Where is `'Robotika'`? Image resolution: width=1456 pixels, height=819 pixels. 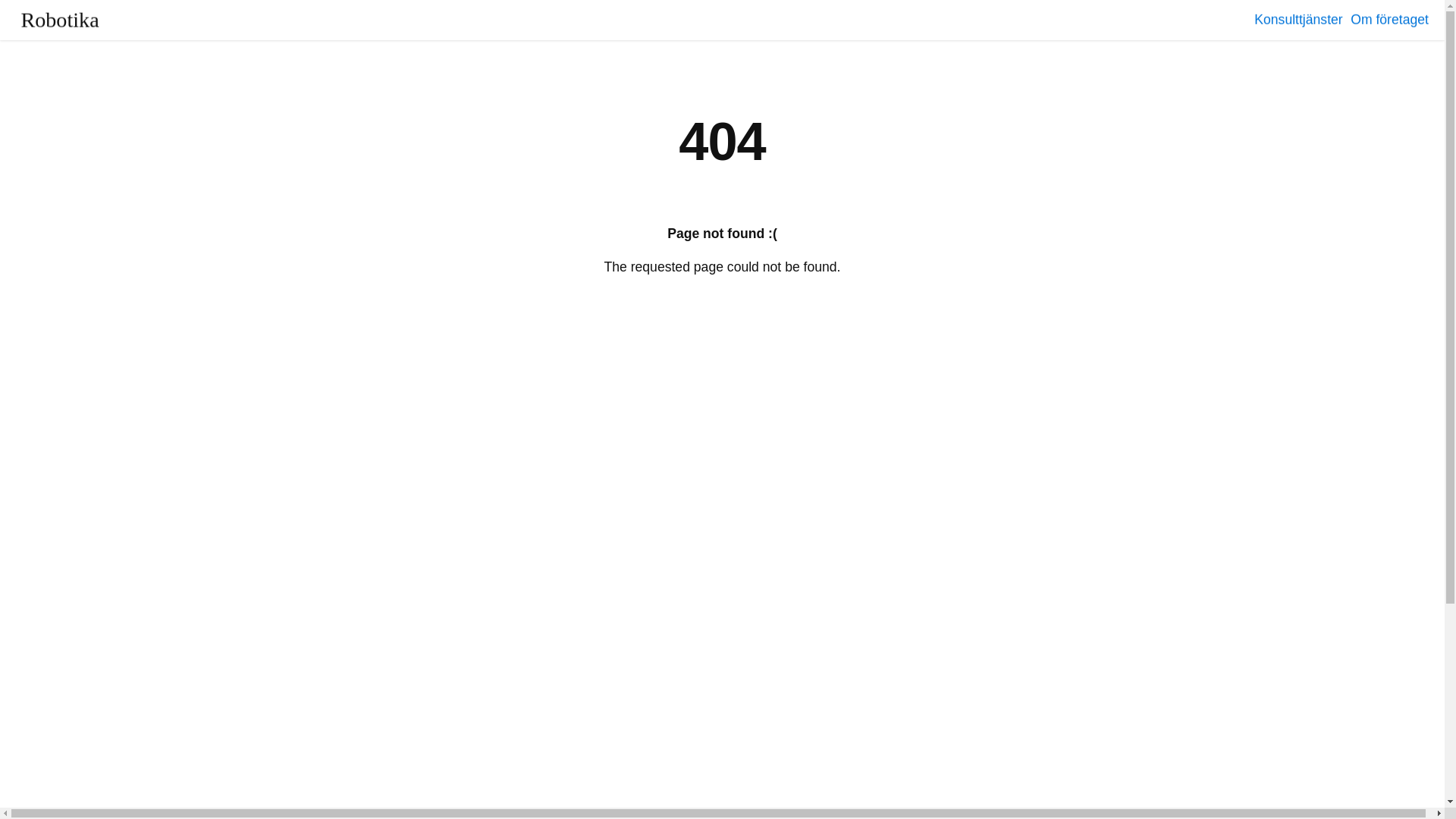
'Robotika' is located at coordinates (8, 20).